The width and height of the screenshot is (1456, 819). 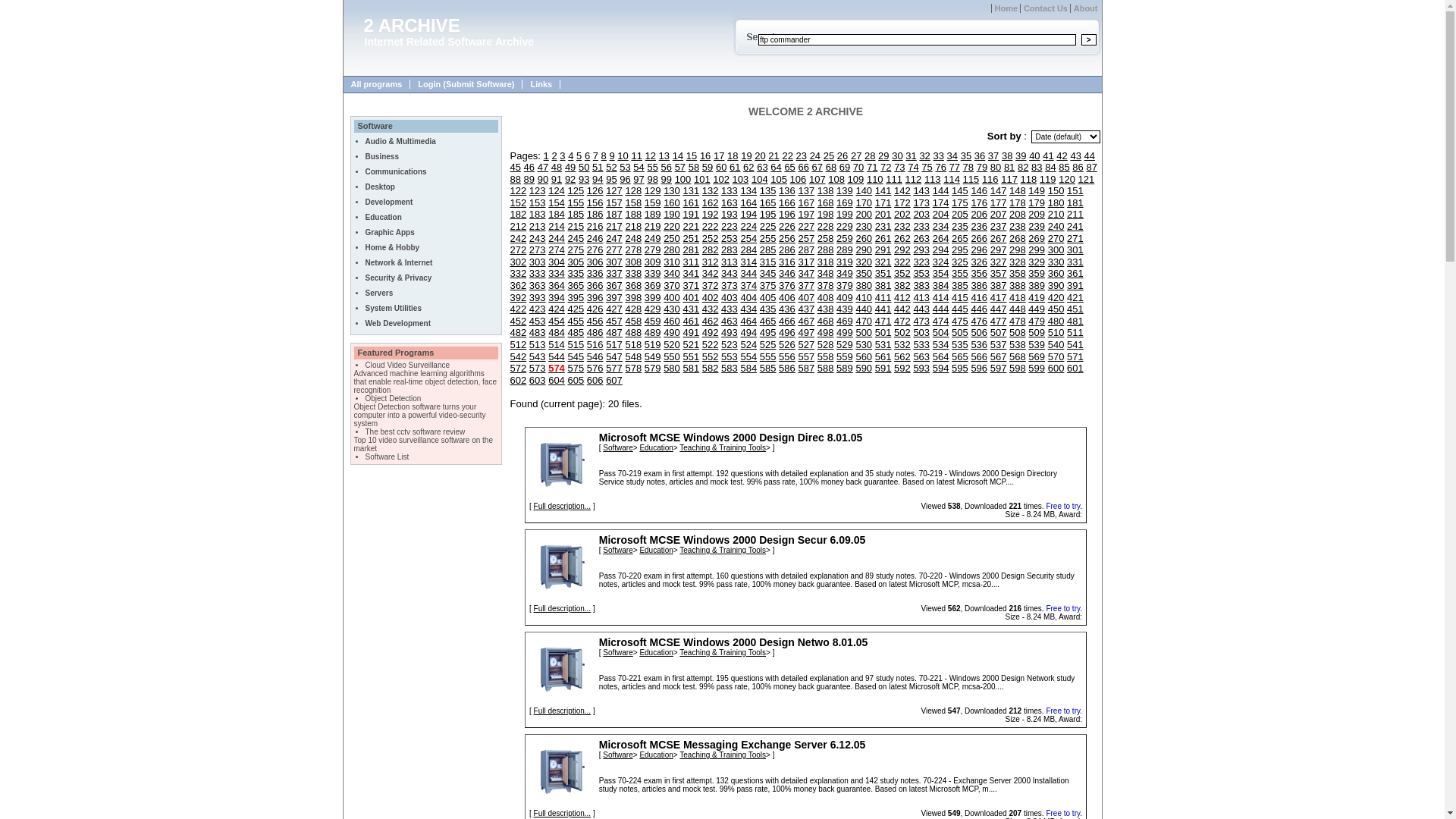 I want to click on 'About', so click(x=1083, y=8).